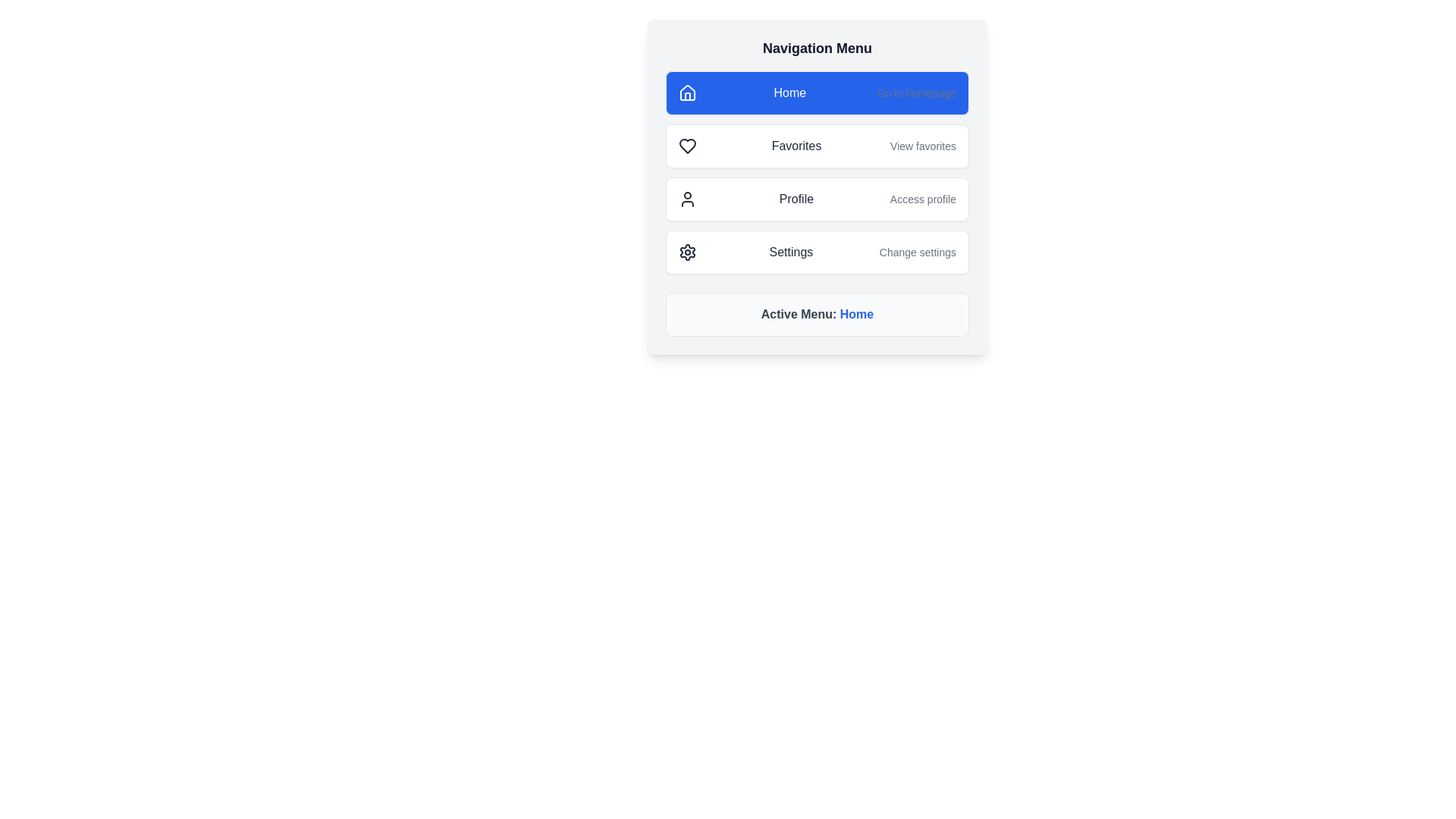 Image resolution: width=1456 pixels, height=819 pixels. I want to click on the 'Settings' navigation icon located in the third row of the navigation menu, so click(687, 251).